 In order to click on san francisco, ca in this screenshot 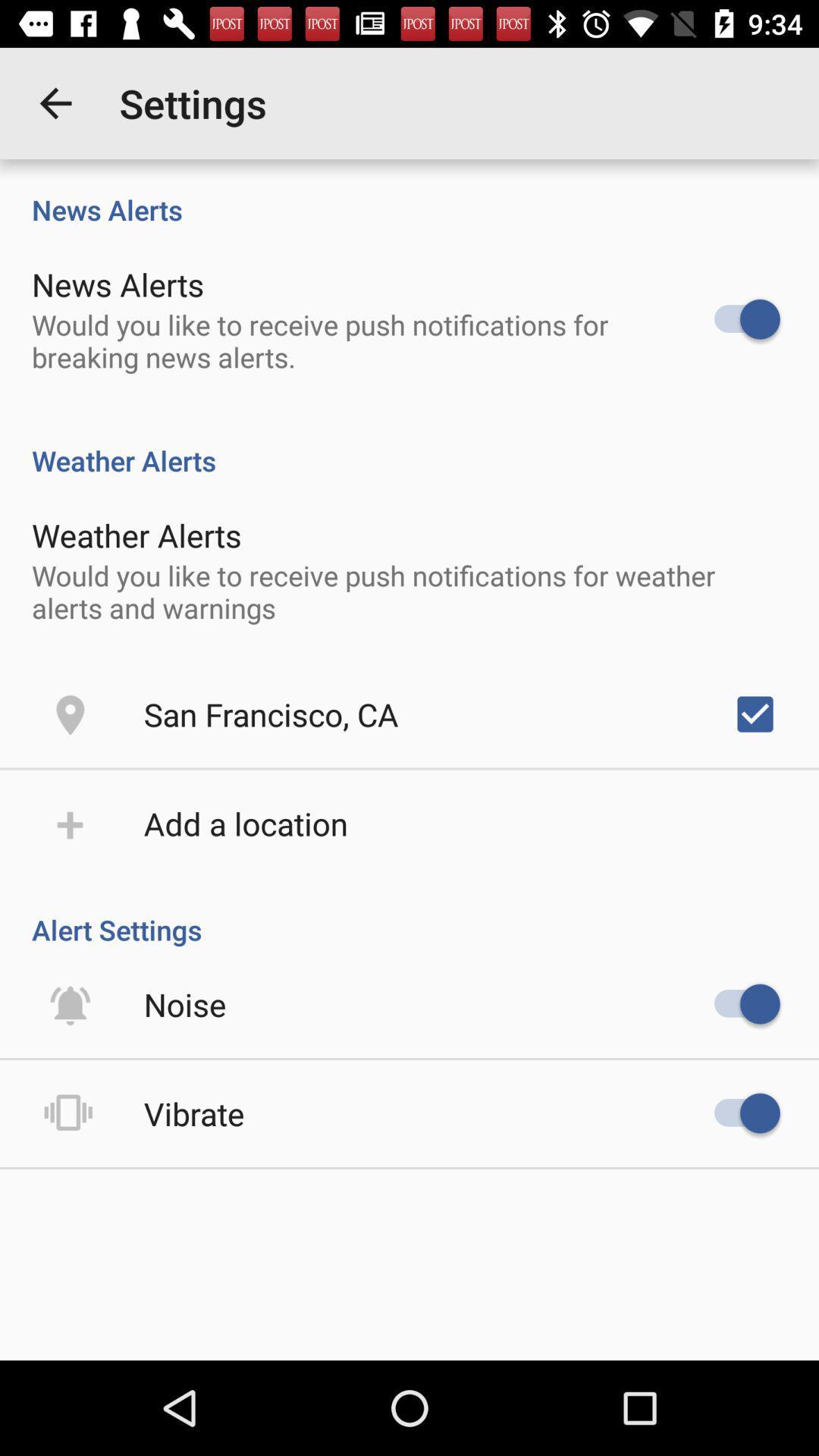, I will do `click(270, 713)`.